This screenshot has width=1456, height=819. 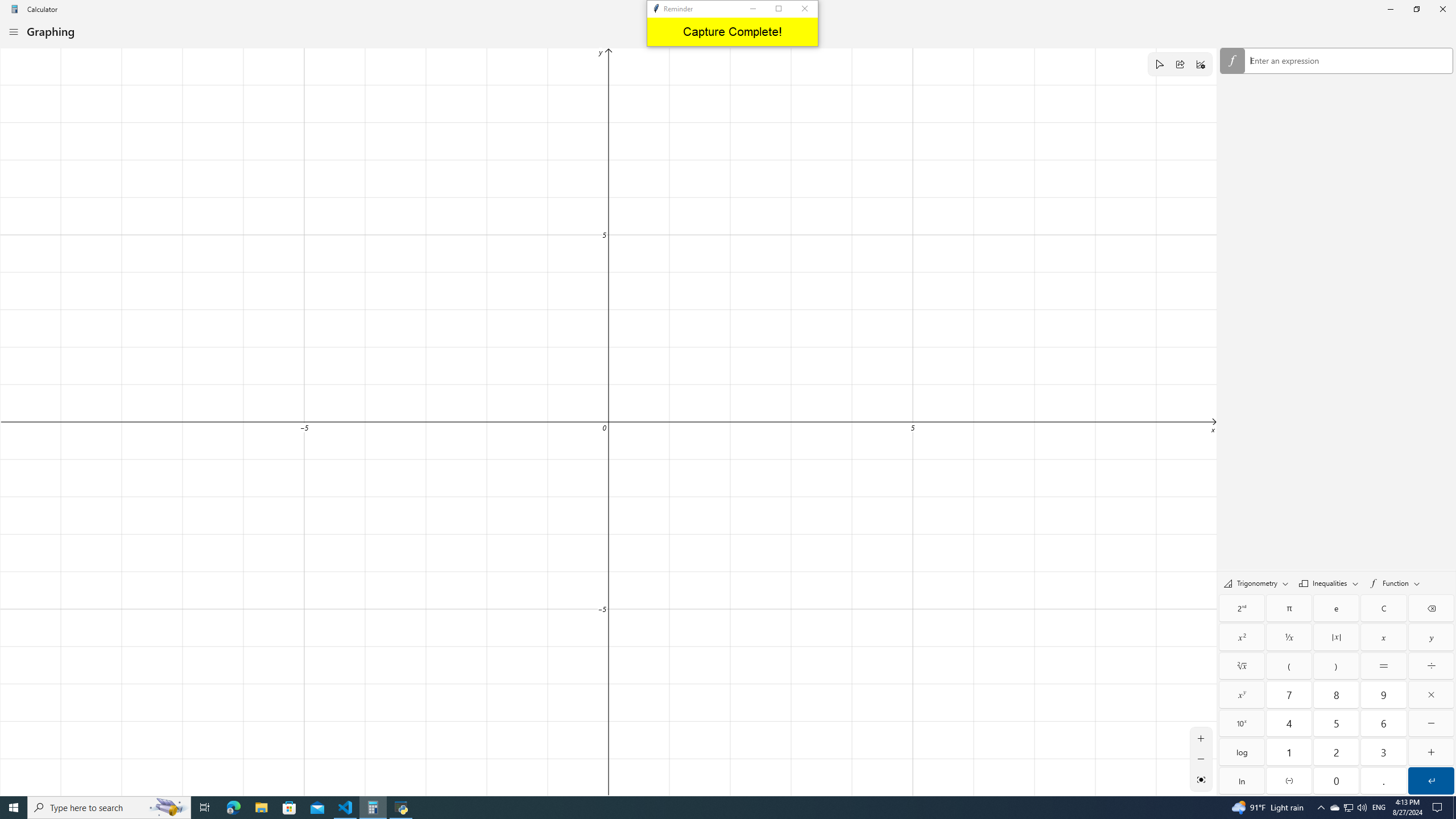 I want to click on 'Minimize Calculator', so click(x=1389, y=9).